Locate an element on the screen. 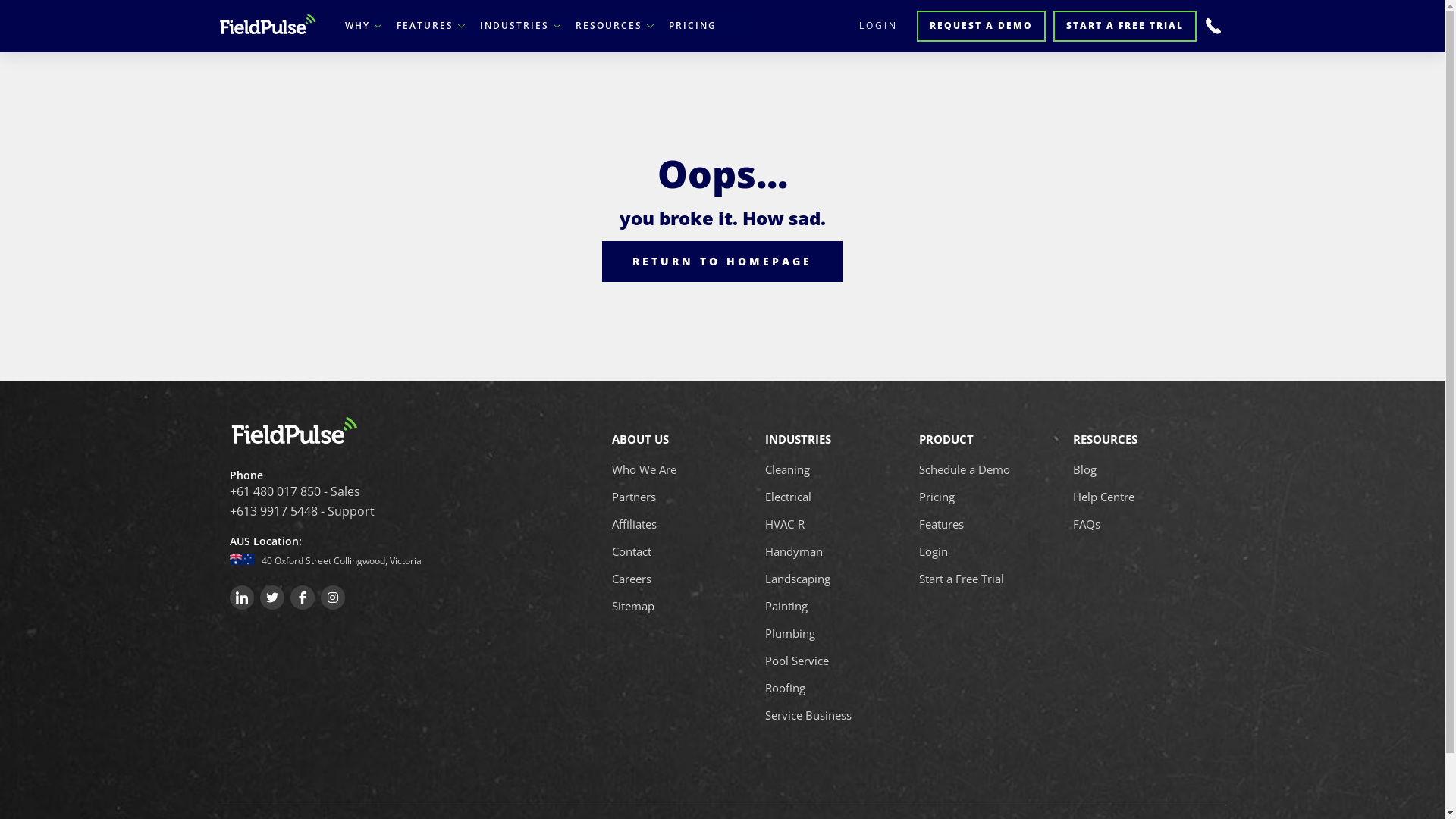  'Electrical' is located at coordinates (788, 497).